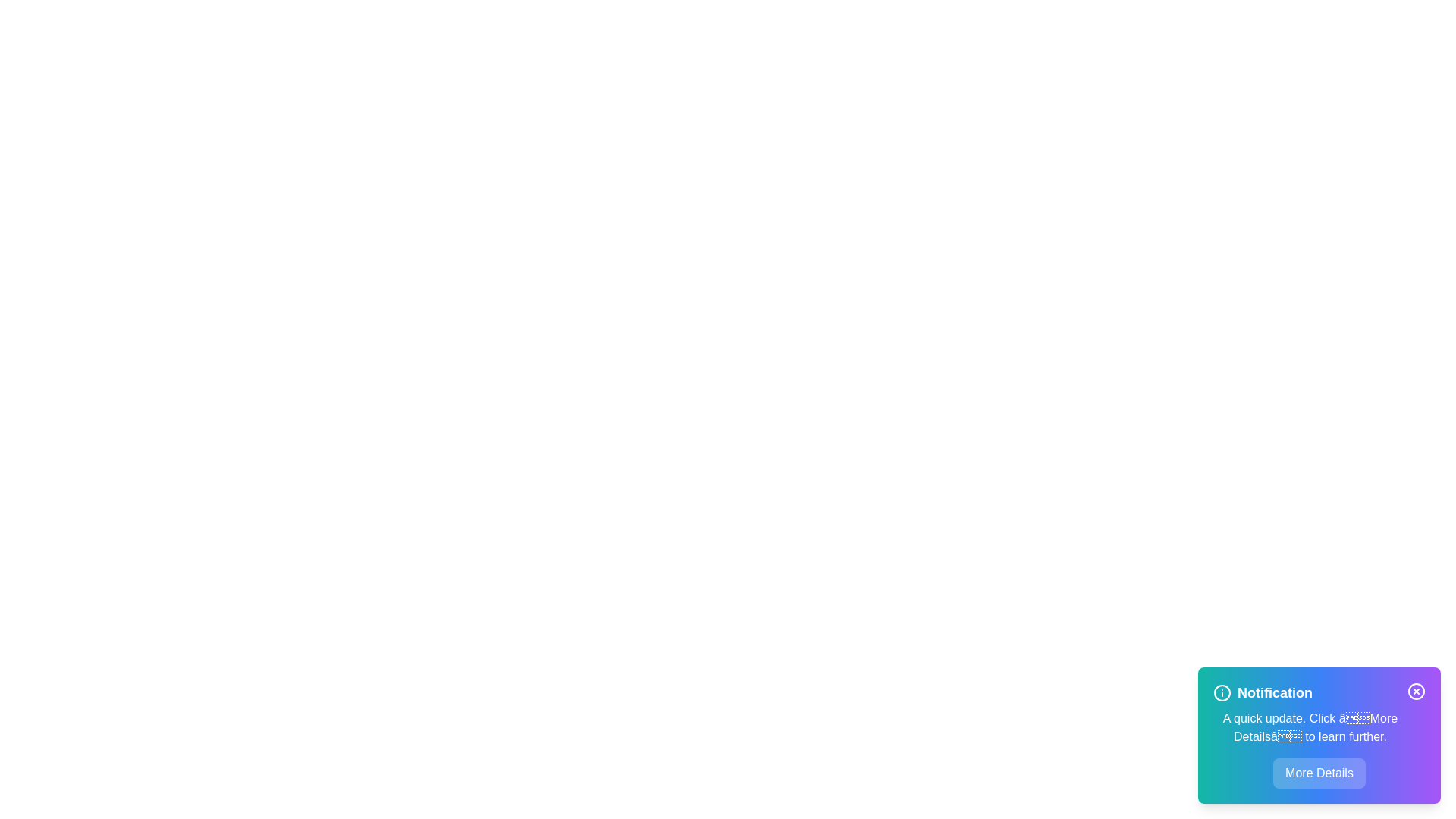  I want to click on the 'Notification' heading, so click(1310, 693).